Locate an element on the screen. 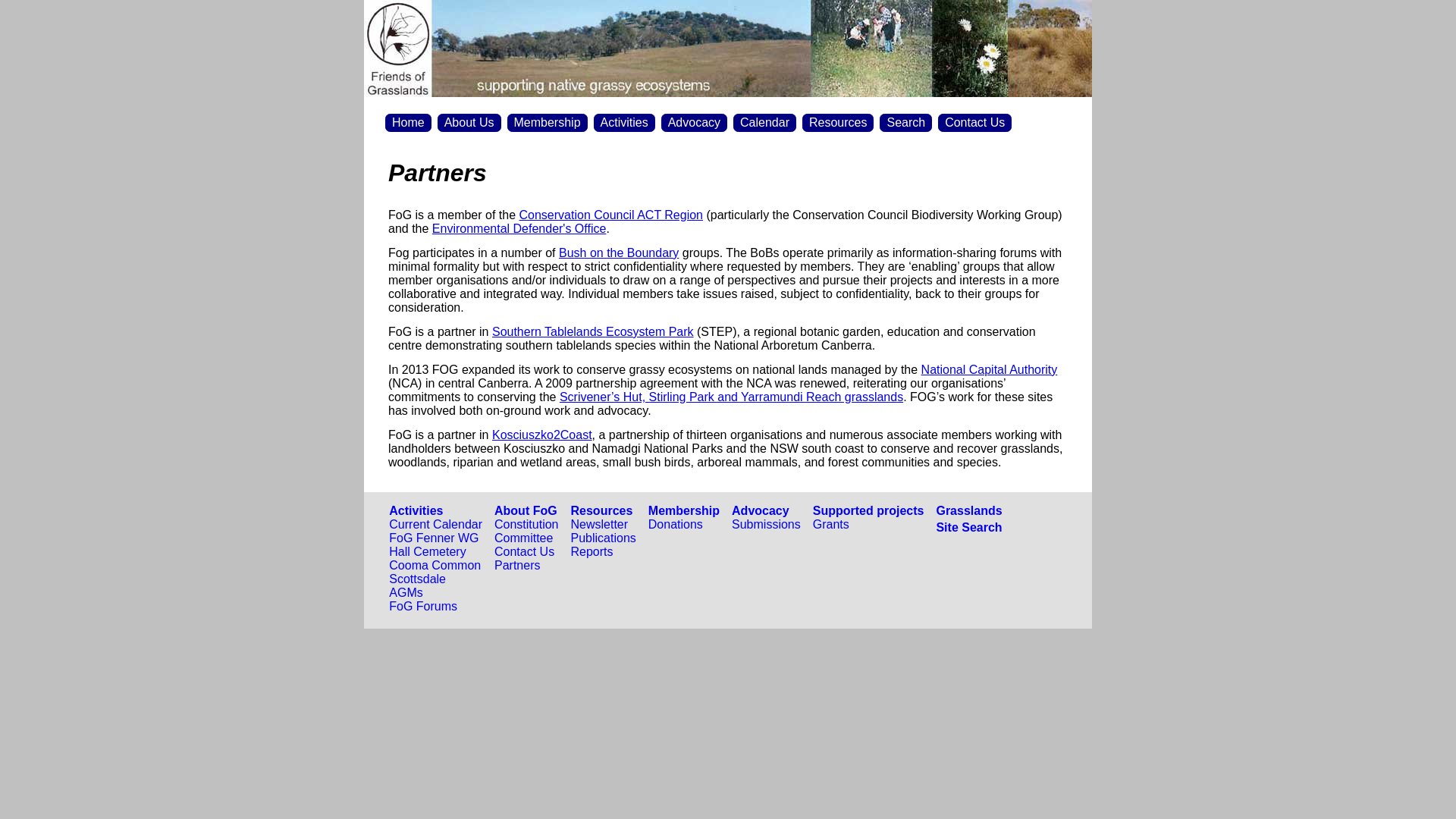 This screenshot has height=819, width=1456. 'Resources' is located at coordinates (801, 122).